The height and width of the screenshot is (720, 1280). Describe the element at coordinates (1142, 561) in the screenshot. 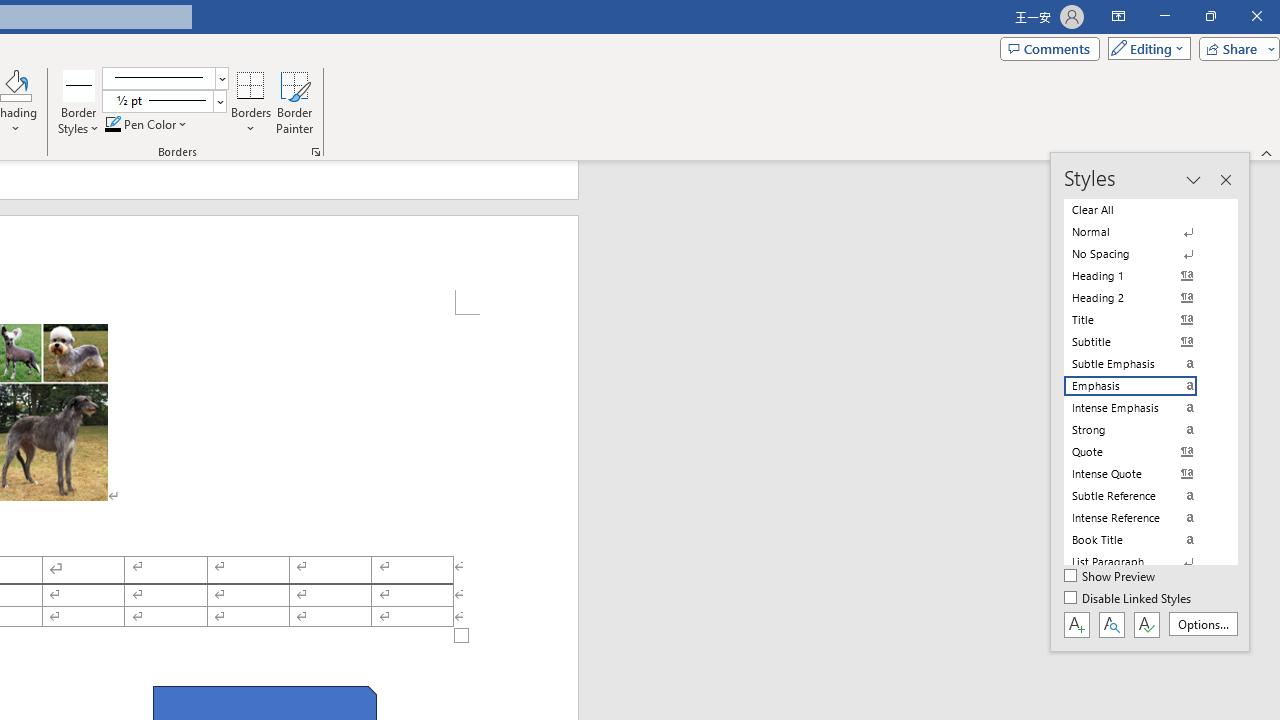

I see `'List Paragraph'` at that location.